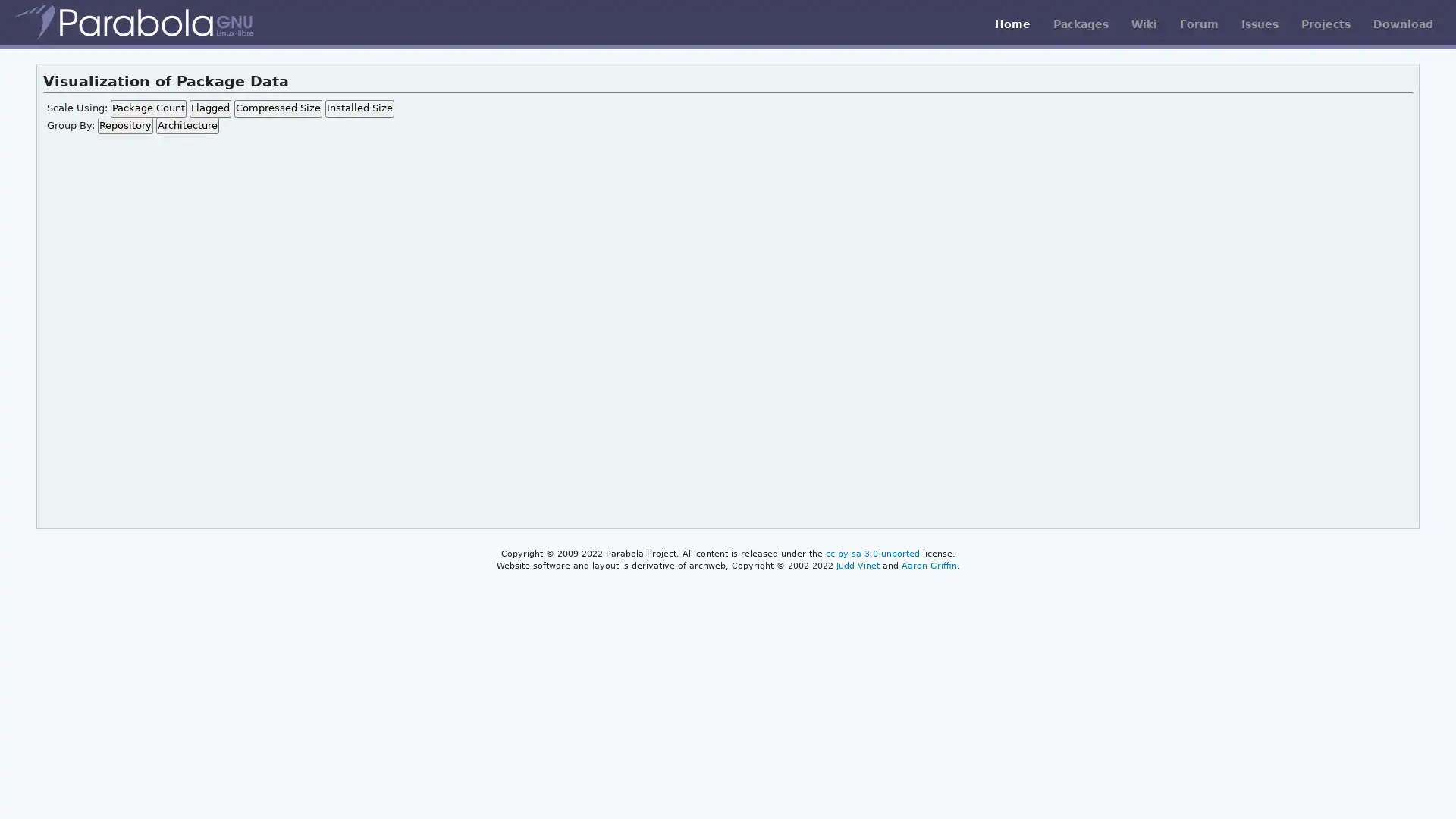 The height and width of the screenshot is (819, 1456). What do you see at coordinates (277, 107) in the screenshot?
I see `Compressed Size` at bounding box center [277, 107].